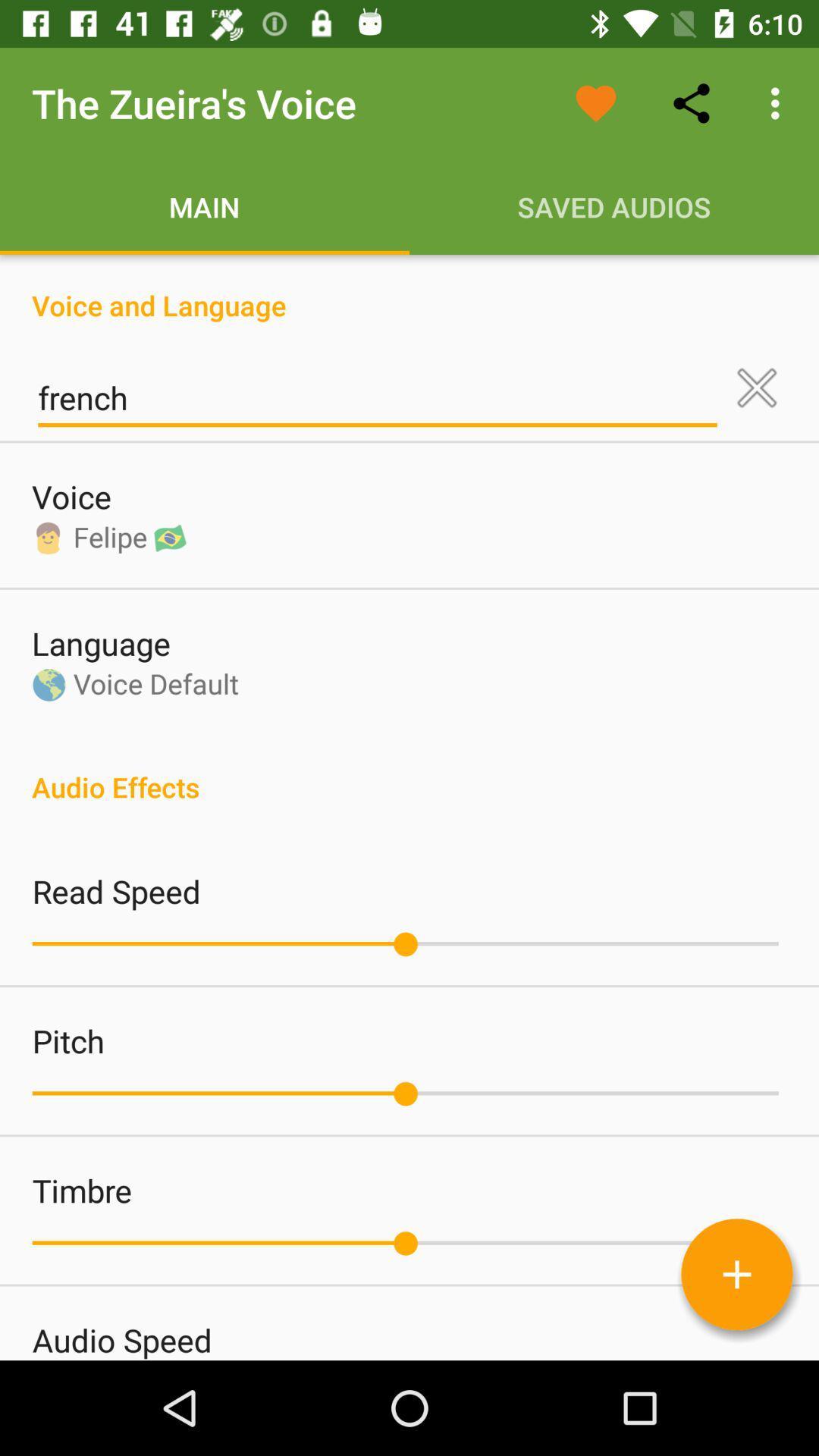 This screenshot has width=819, height=1456. Describe the element at coordinates (595, 102) in the screenshot. I see `the icon above saved audios` at that location.